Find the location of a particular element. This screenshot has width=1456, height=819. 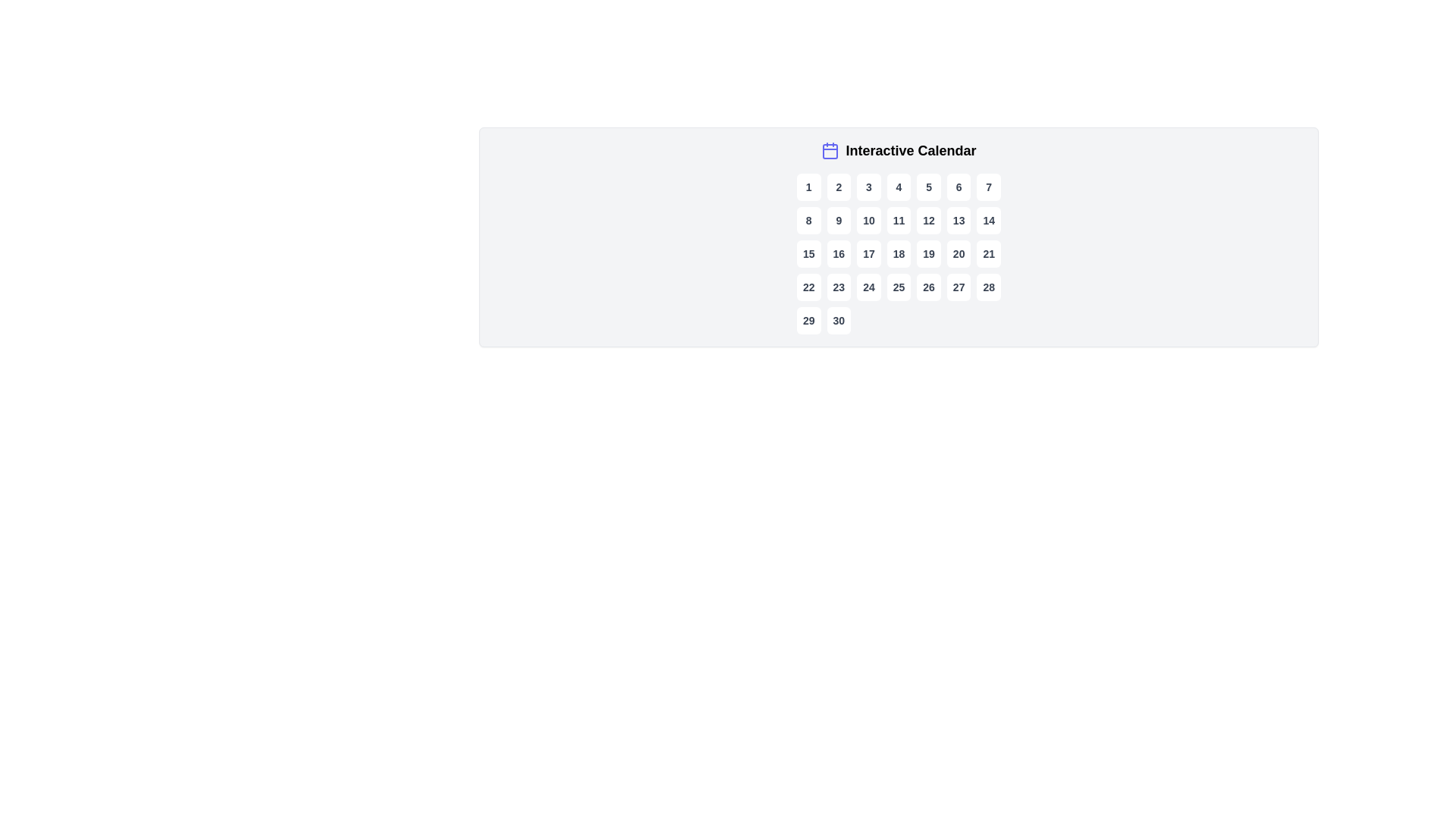

the first day button in the calendar grid is located at coordinates (808, 186).